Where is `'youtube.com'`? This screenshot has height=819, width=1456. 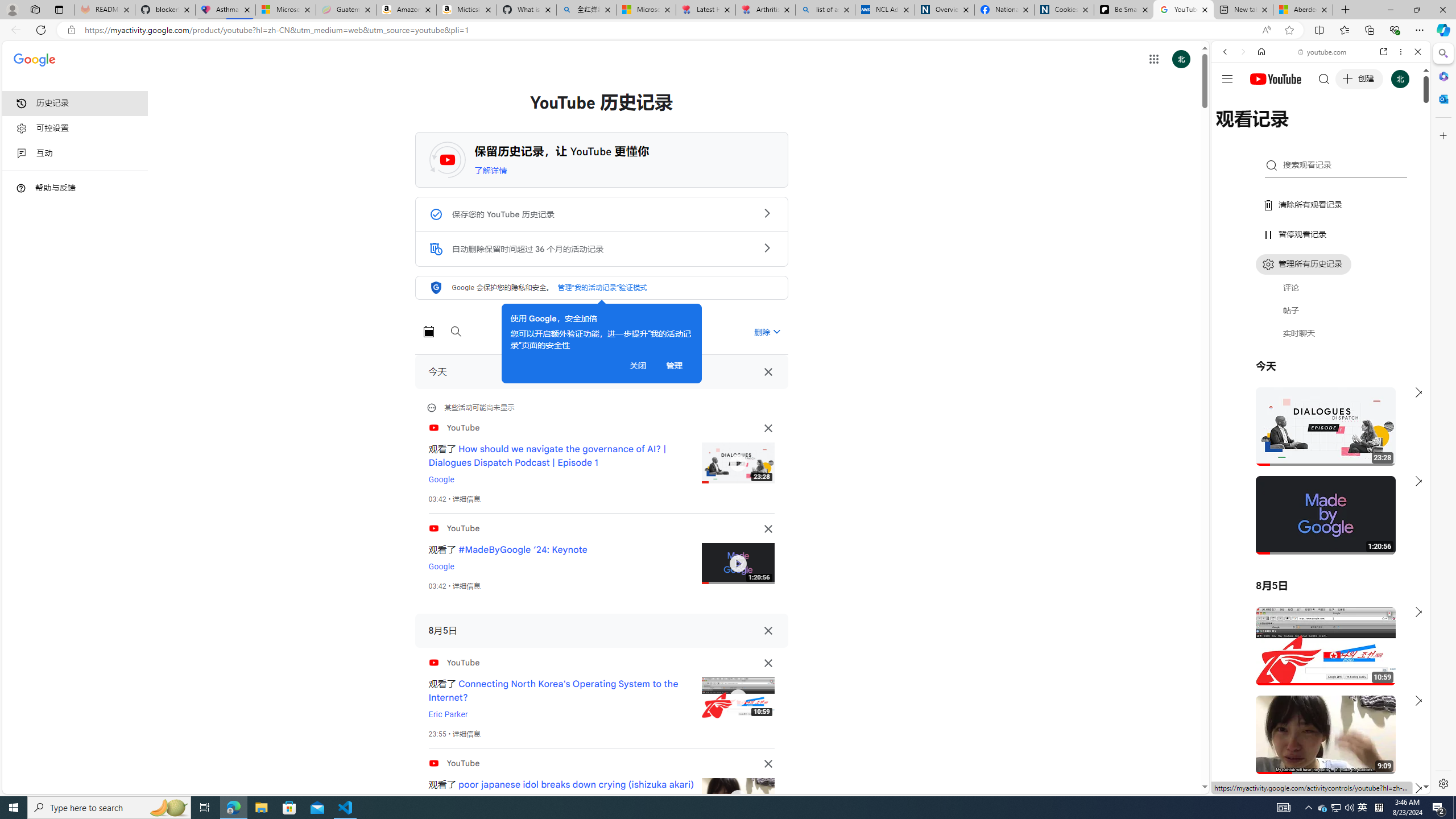
'youtube.com' is located at coordinates (1322, 52).